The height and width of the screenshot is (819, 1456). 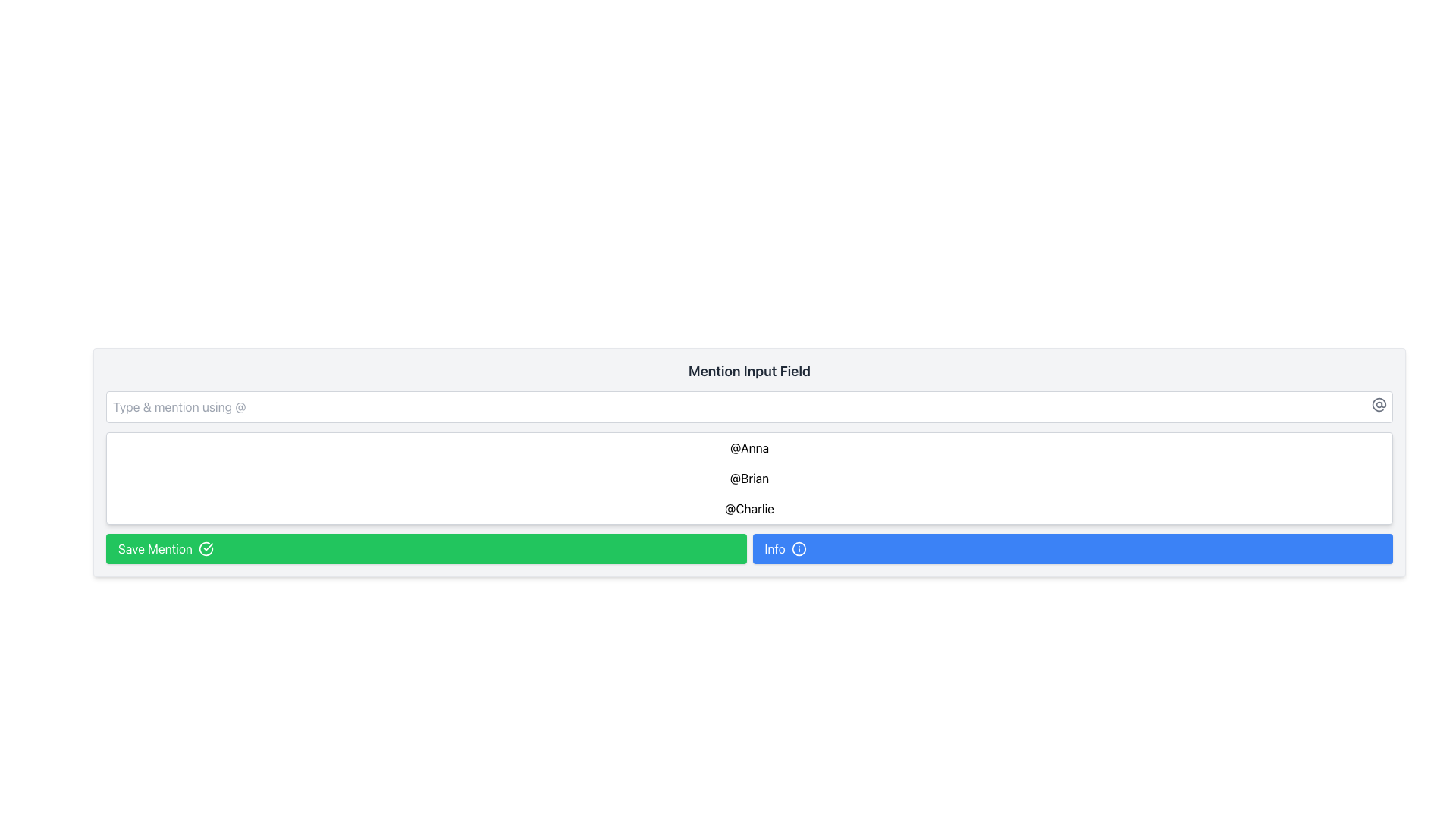 What do you see at coordinates (798, 549) in the screenshot?
I see `the informational icon located within the blue 'Info' button to obtain more details` at bounding box center [798, 549].